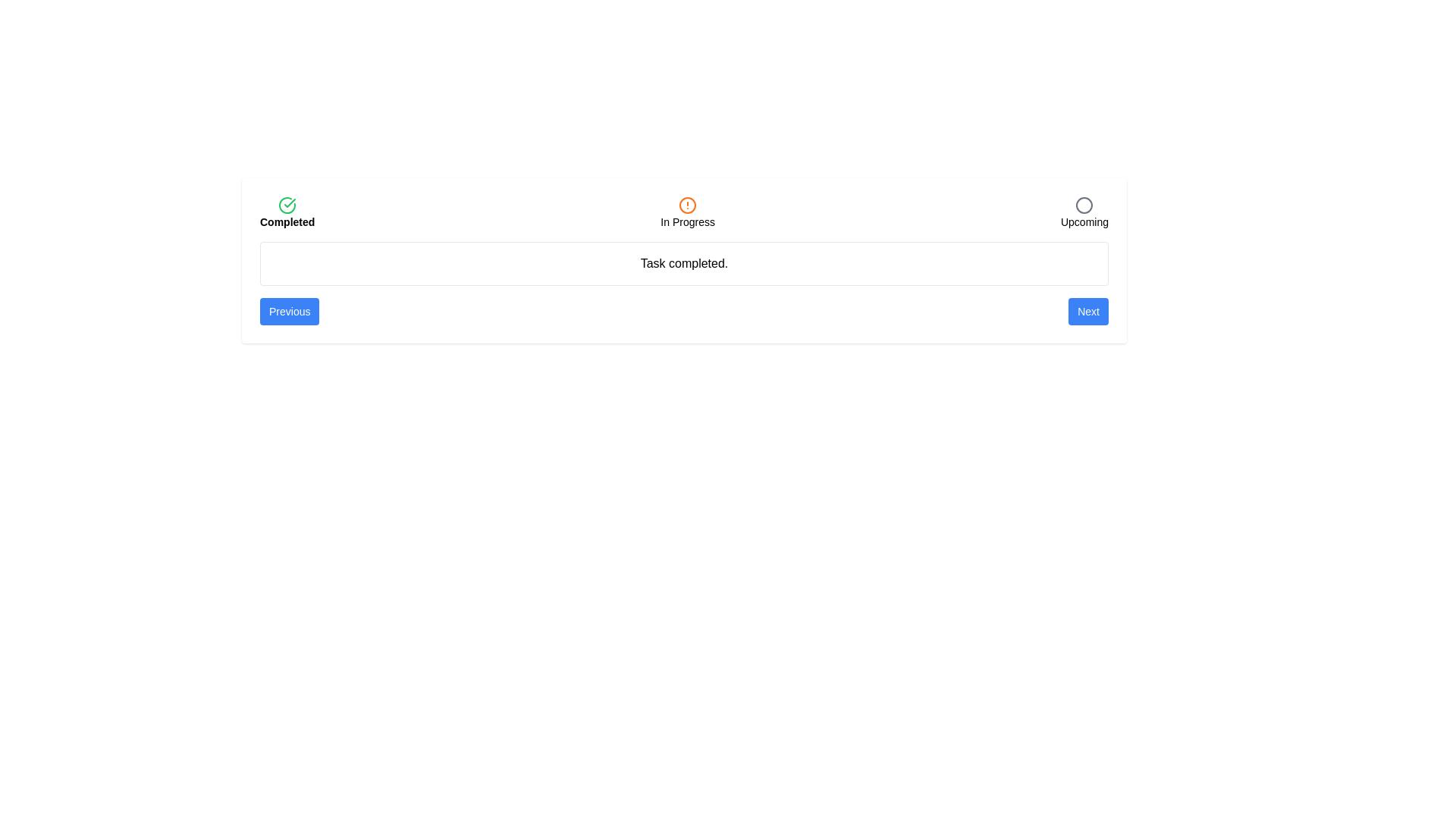 This screenshot has width=1456, height=819. Describe the element at coordinates (1087, 311) in the screenshot. I see `the 'Next' button located at the rightmost position among two buttons in the navigation flow to proceed to the next page` at that location.